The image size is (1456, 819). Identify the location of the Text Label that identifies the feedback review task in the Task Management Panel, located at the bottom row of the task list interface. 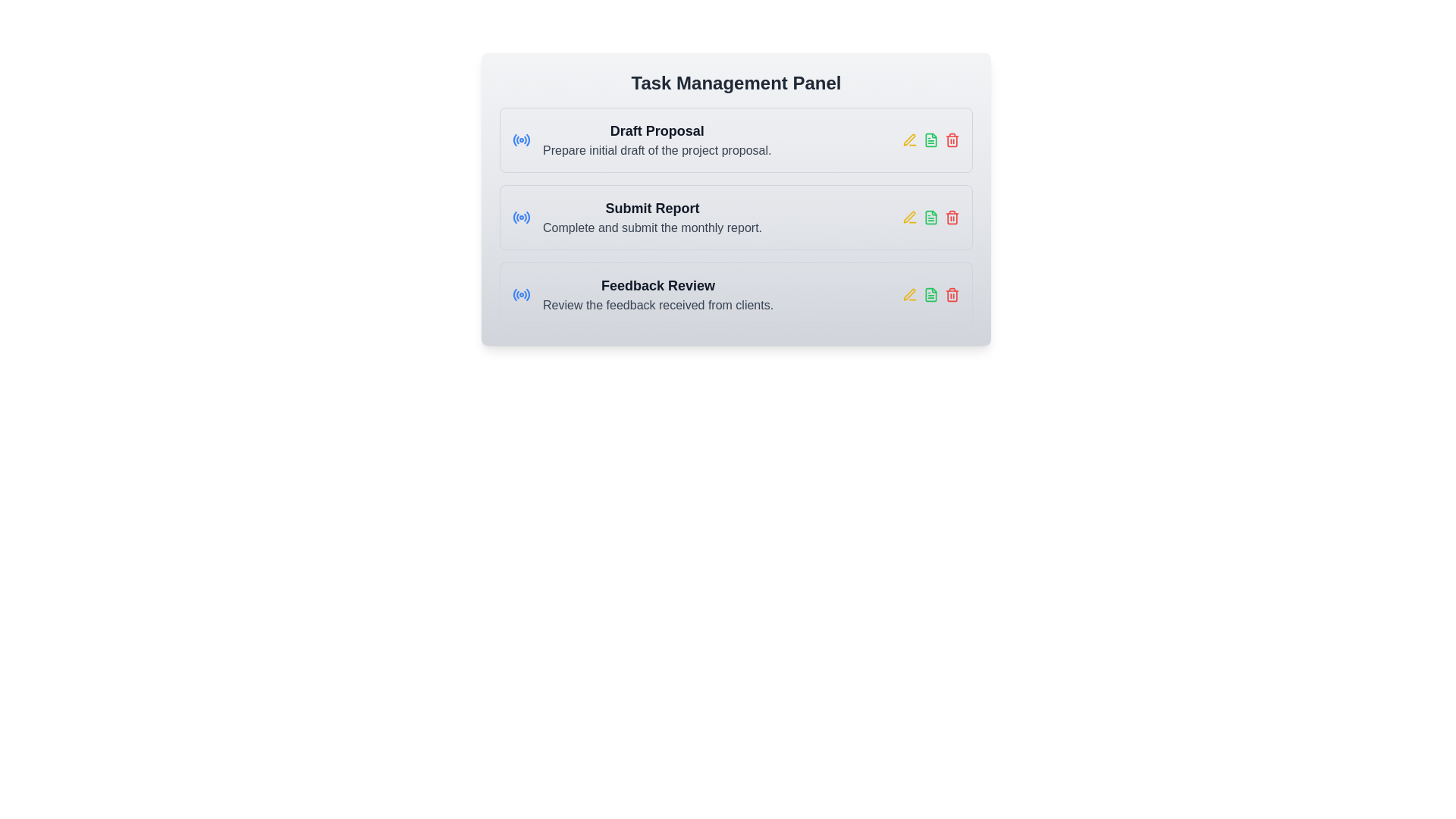
(658, 286).